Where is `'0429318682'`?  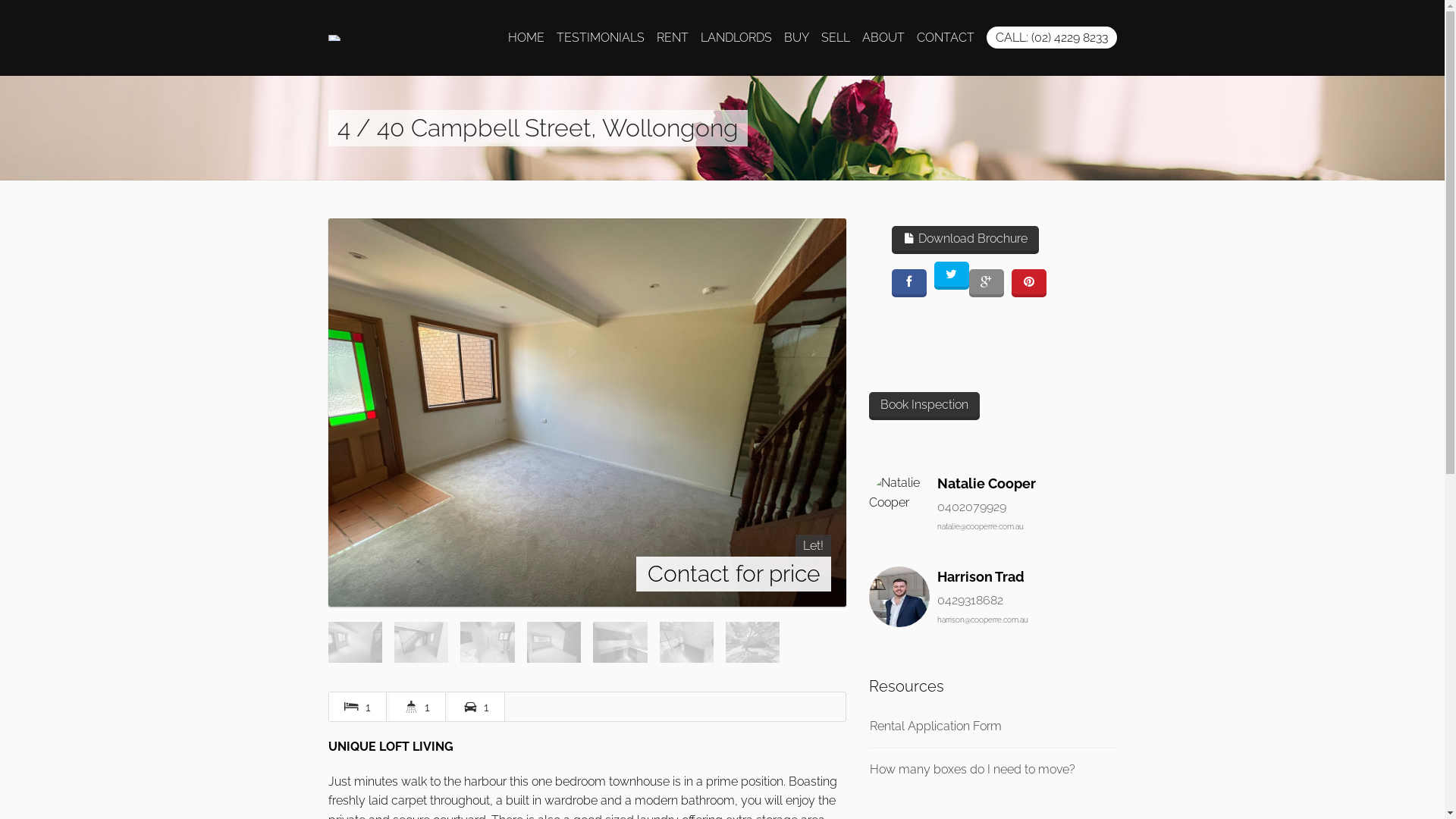
'0429318682' is located at coordinates (969, 599).